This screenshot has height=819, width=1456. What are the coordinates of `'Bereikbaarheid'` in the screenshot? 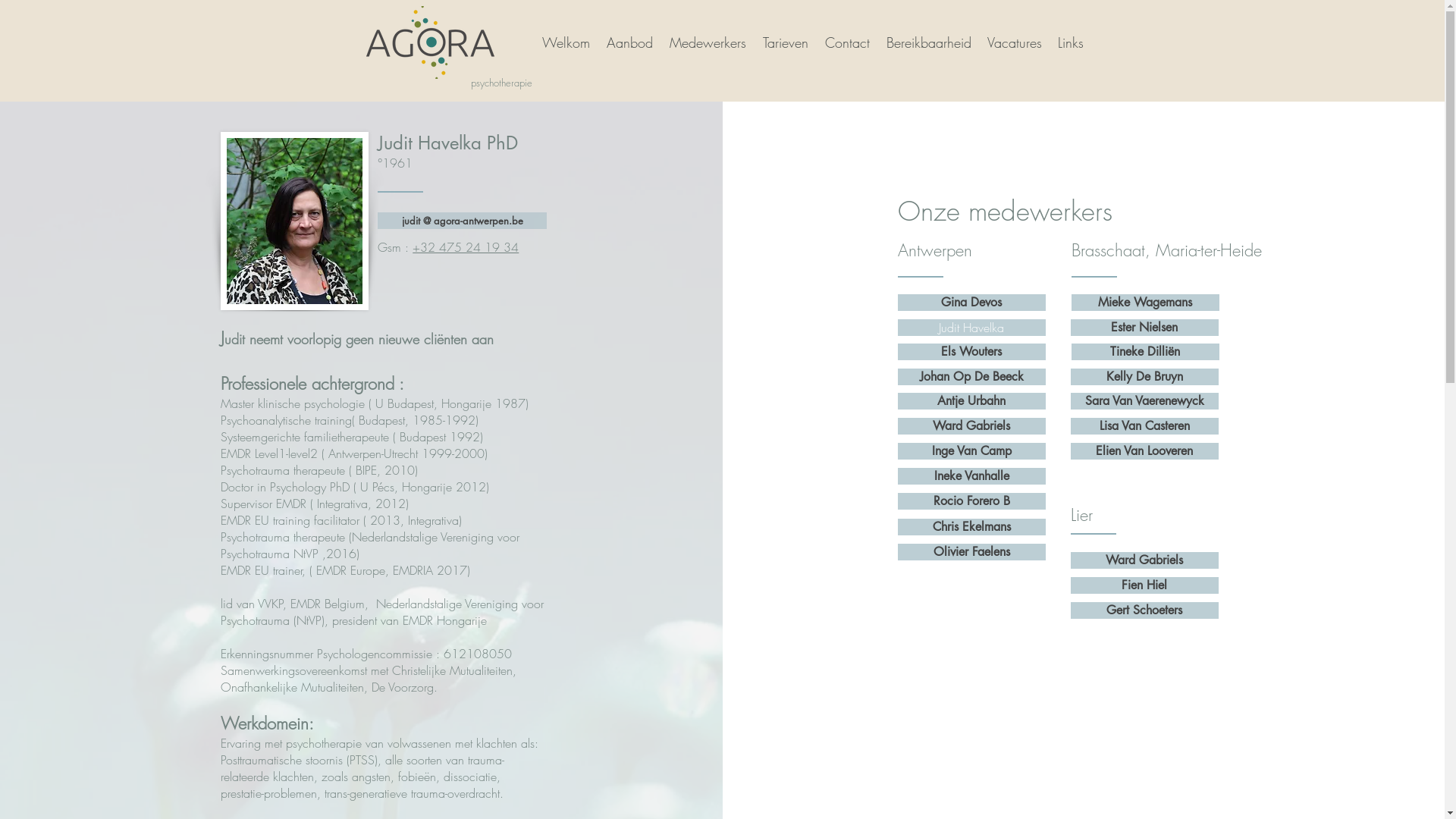 It's located at (927, 42).